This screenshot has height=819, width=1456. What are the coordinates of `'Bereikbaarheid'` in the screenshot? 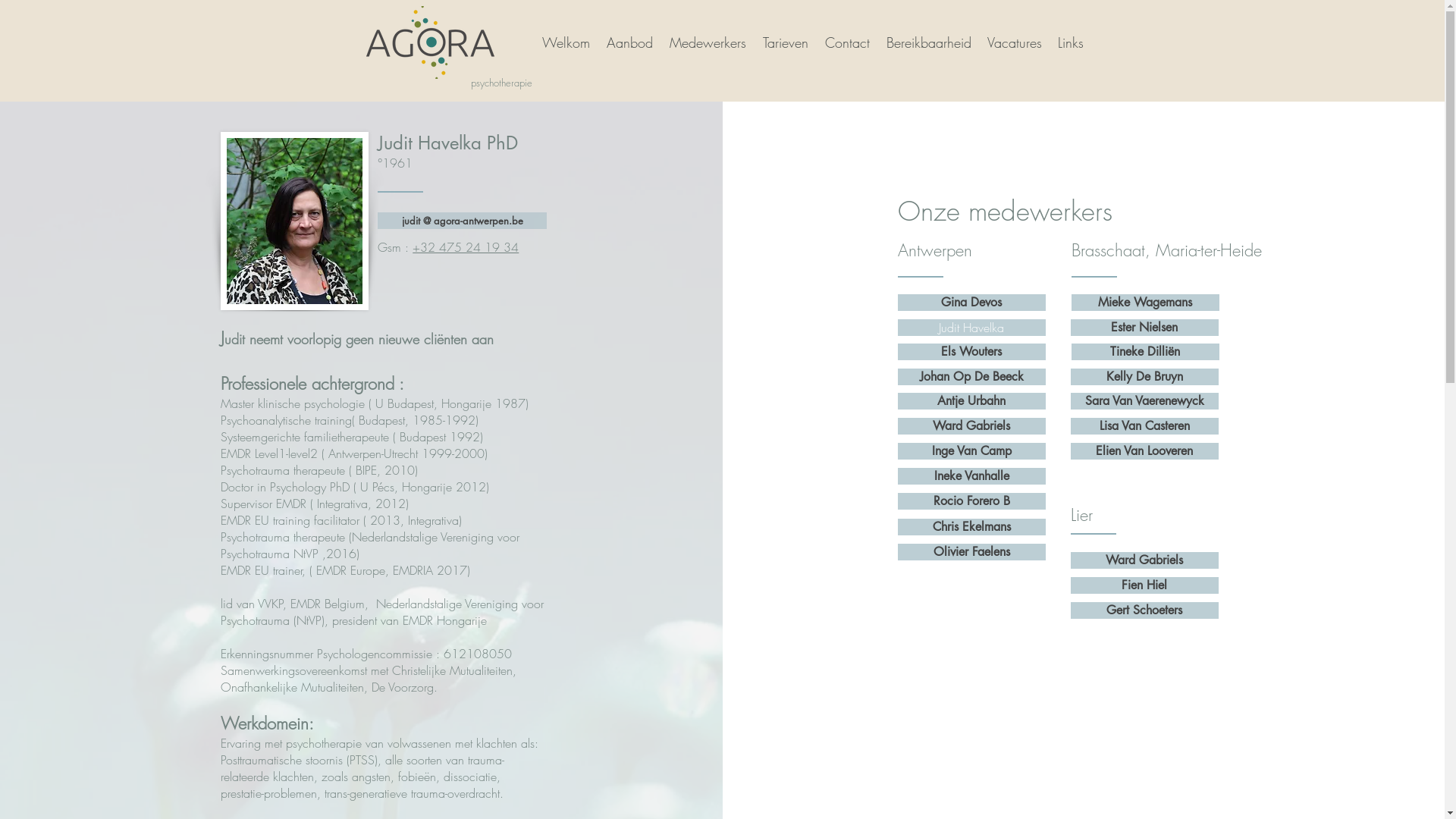 It's located at (927, 42).